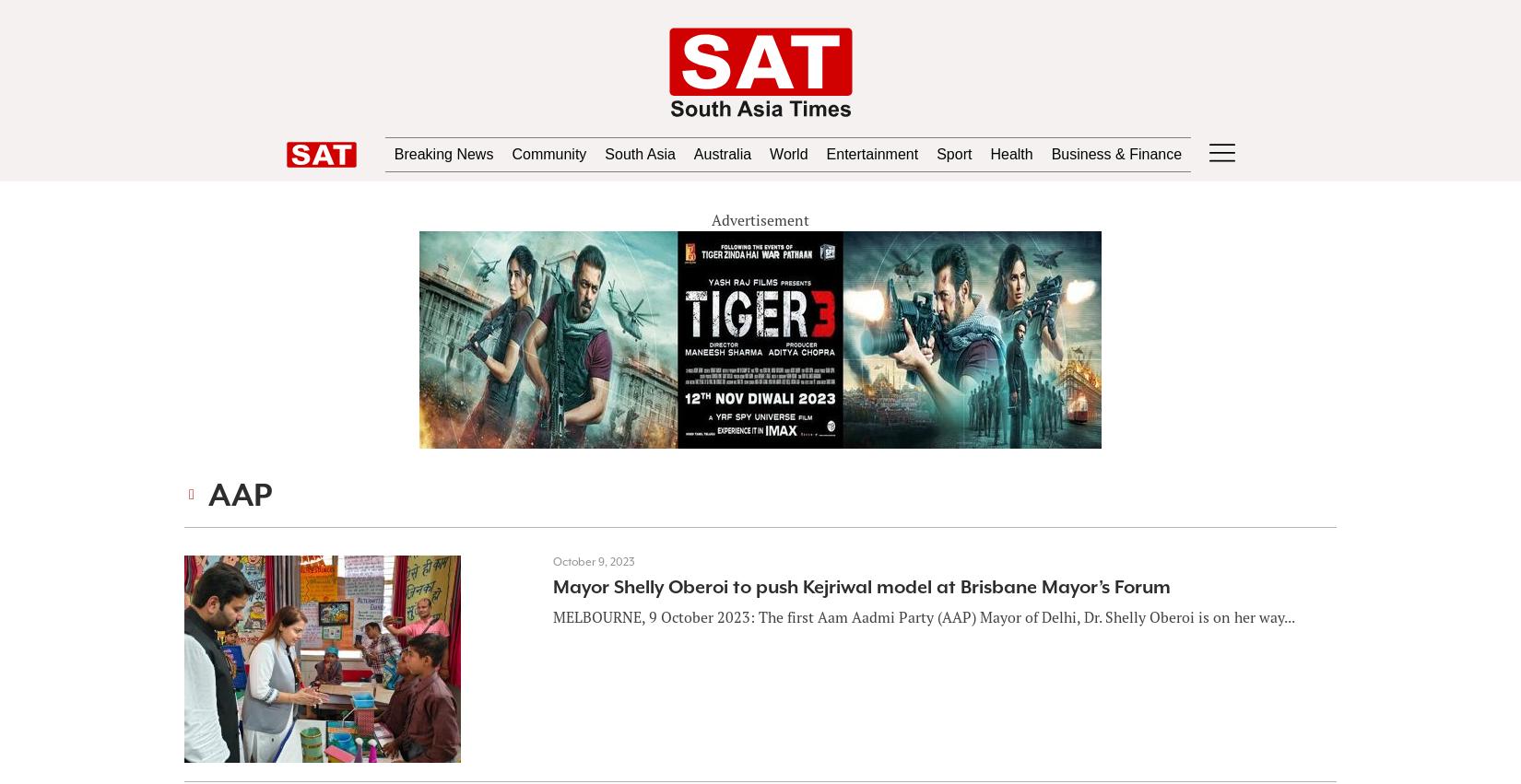  I want to click on 'Breaking News', so click(407, 153).